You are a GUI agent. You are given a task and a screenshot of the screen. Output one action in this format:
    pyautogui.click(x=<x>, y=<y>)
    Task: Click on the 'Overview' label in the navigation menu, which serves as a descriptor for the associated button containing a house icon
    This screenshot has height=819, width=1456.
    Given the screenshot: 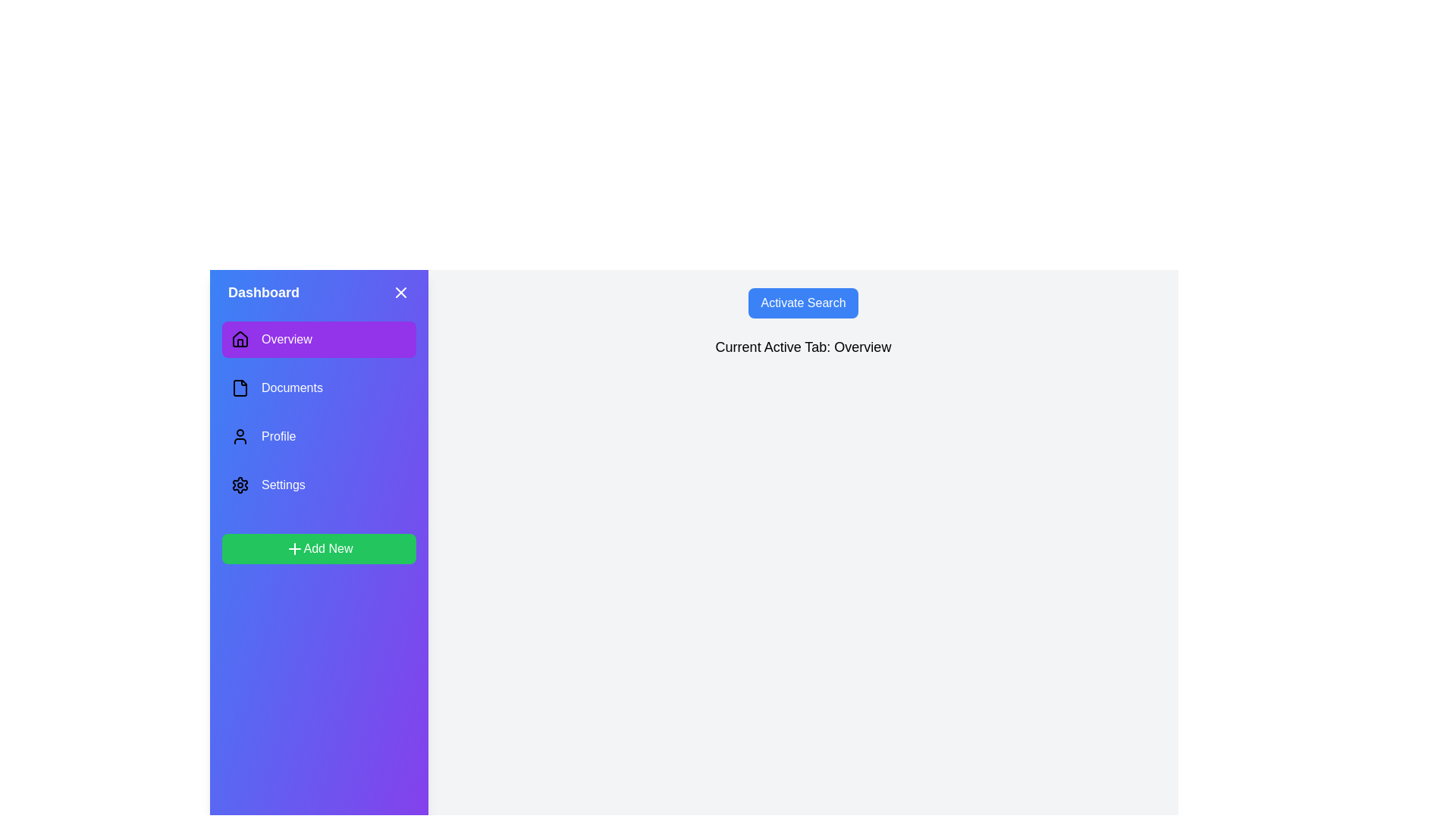 What is the action you would take?
    pyautogui.click(x=287, y=338)
    